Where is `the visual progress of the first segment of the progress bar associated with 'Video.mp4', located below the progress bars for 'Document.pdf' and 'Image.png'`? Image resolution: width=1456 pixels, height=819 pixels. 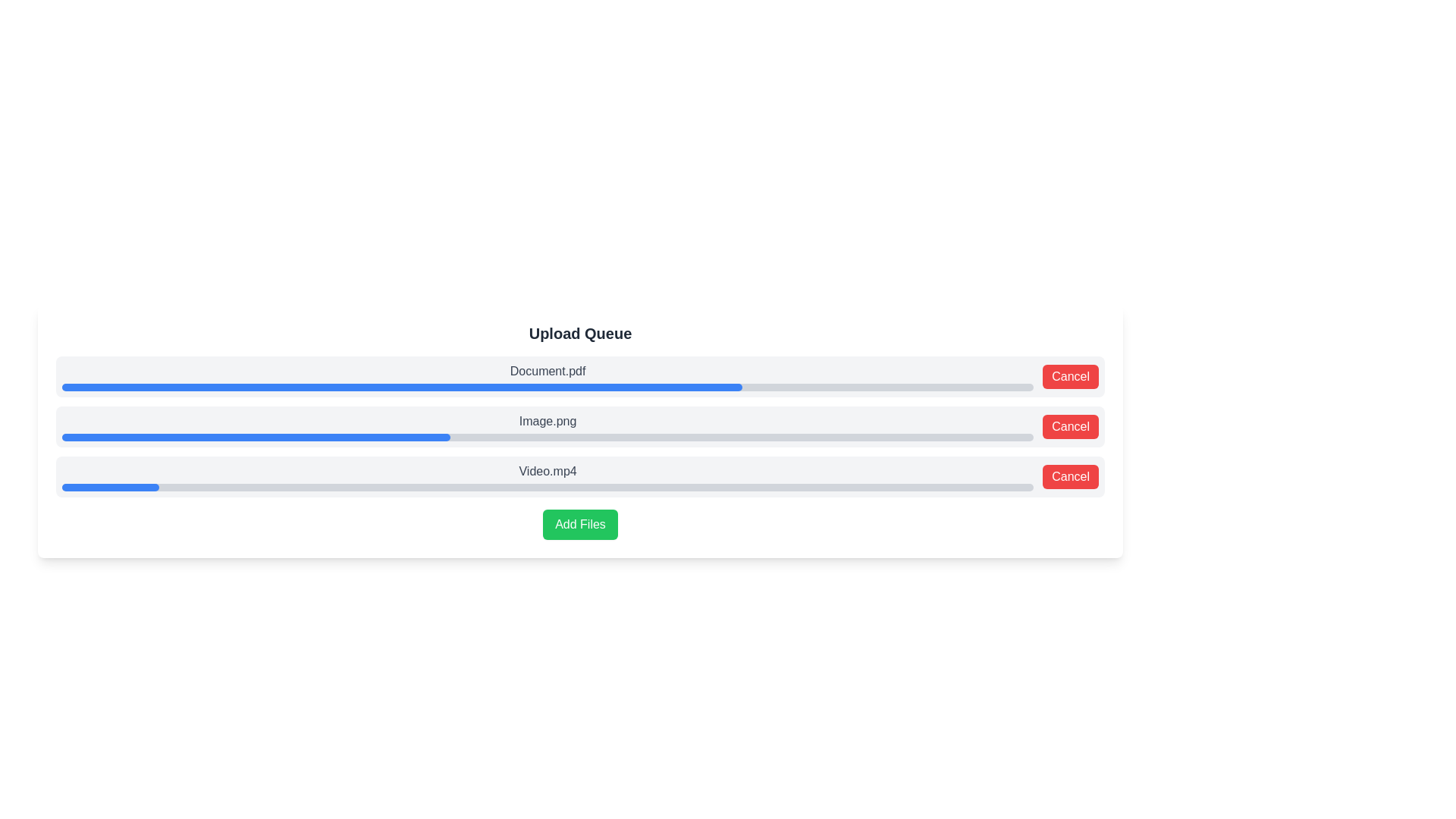
the visual progress of the first segment of the progress bar associated with 'Video.mp4', located below the progress bars for 'Document.pdf' and 'Image.png' is located at coordinates (110, 488).